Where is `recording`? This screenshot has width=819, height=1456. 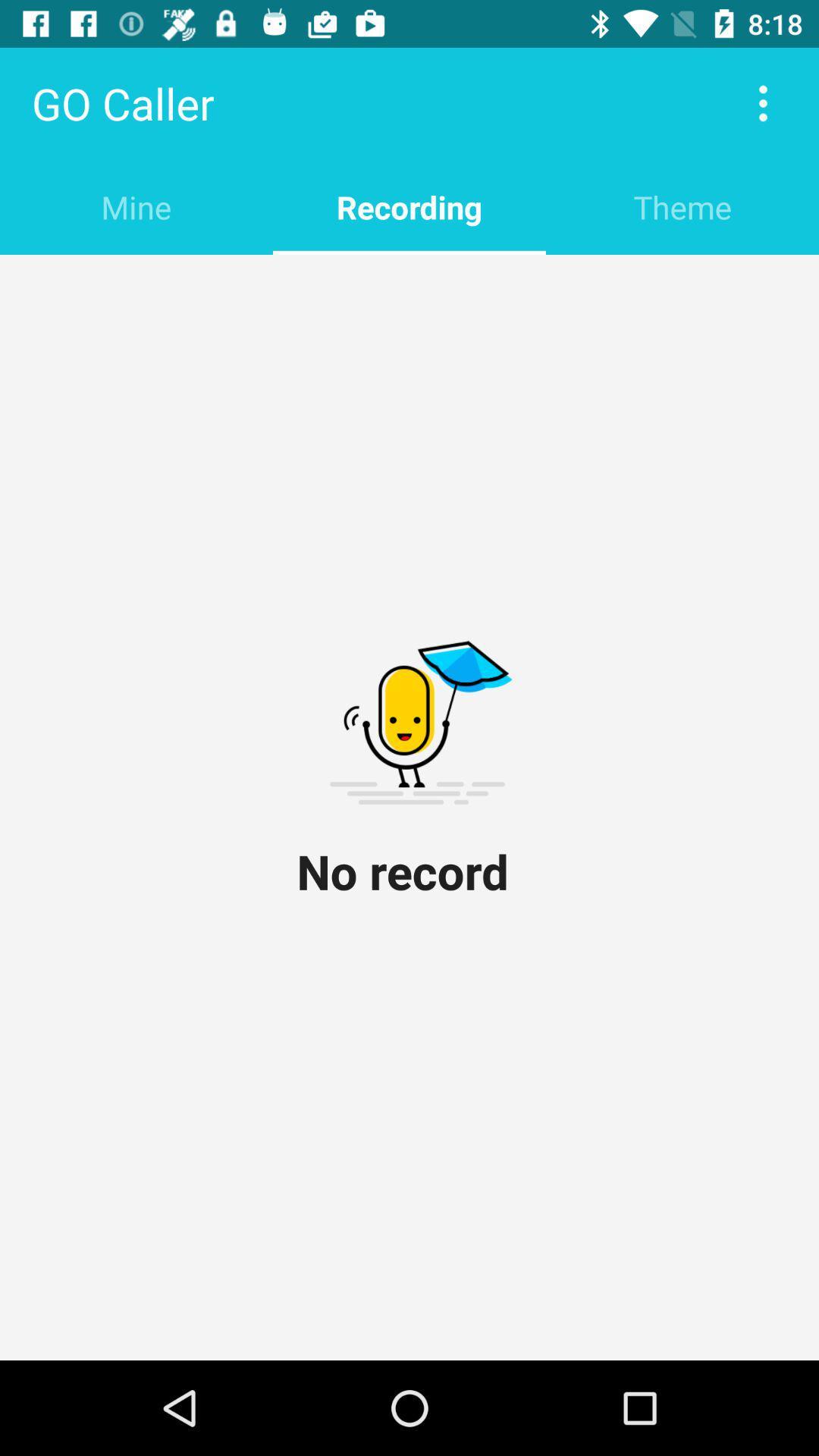 recording is located at coordinates (409, 206).